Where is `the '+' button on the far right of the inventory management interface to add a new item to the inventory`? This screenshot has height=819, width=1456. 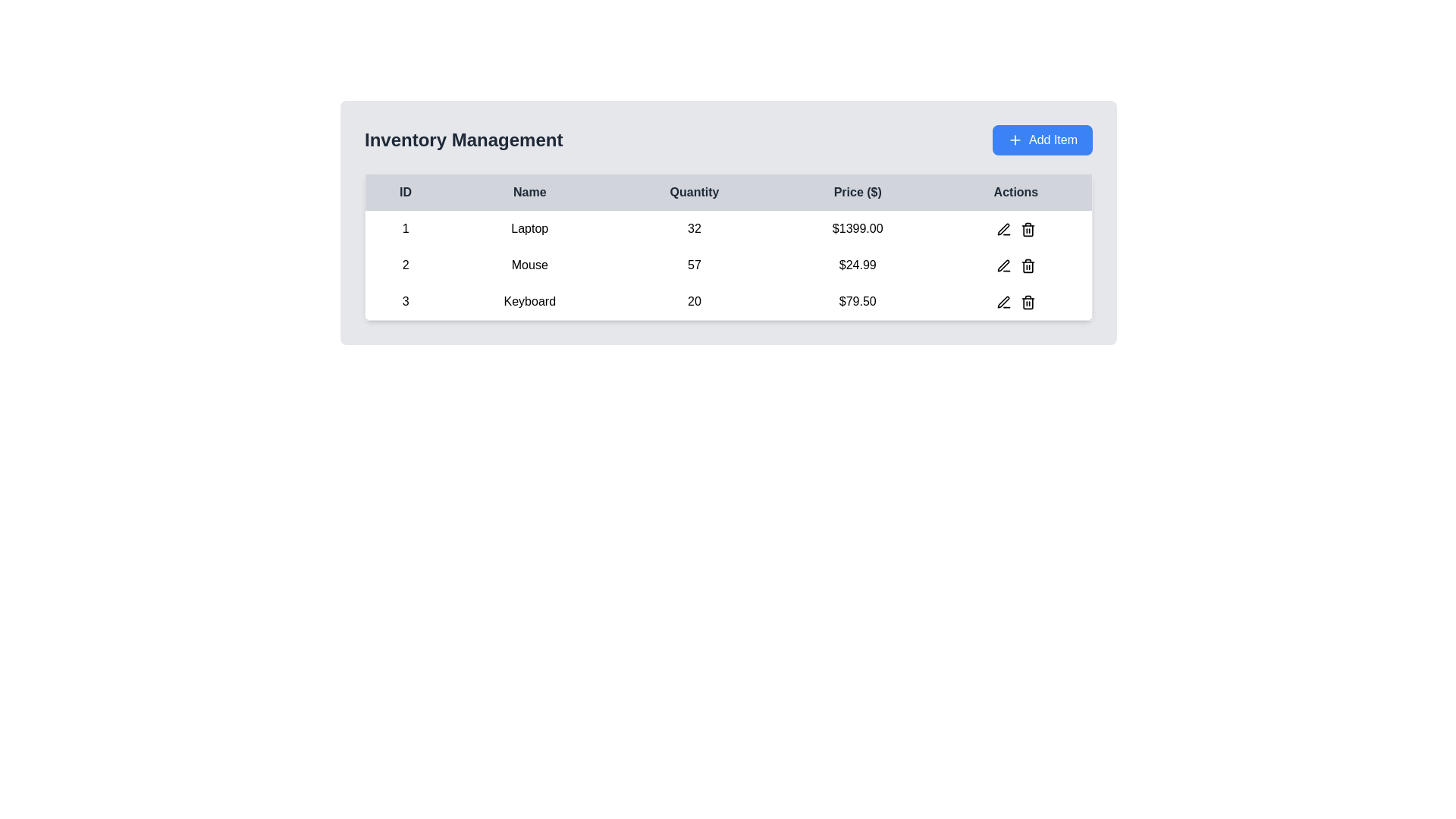 the '+' button on the far right of the inventory management interface to add a new item to the inventory is located at coordinates (1041, 140).